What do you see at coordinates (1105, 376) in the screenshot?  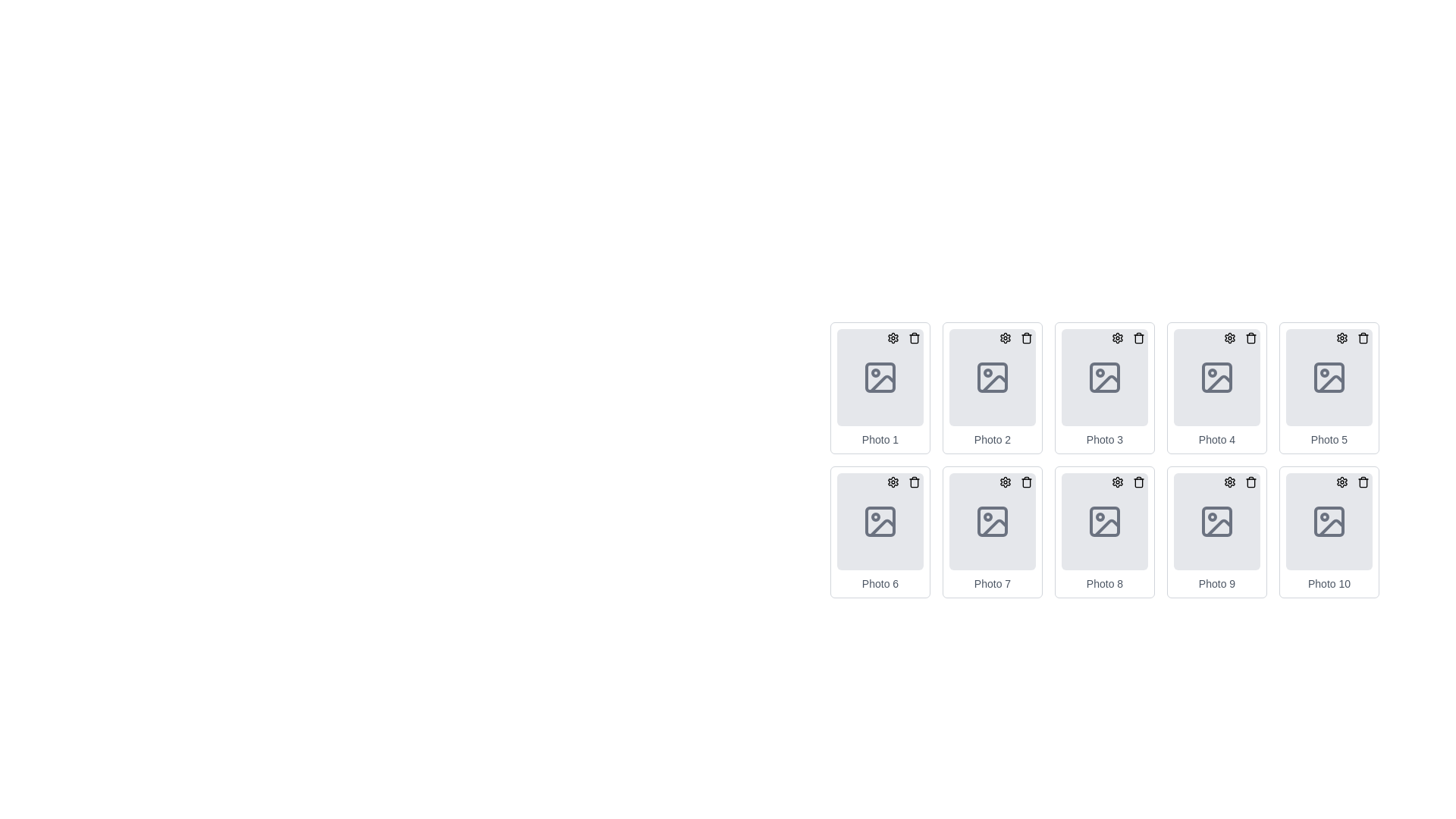 I see `the Image placeholder located in the third card labeled 'Photo 3', which has a light gray background and a central gray line-drawn image icon` at bounding box center [1105, 376].